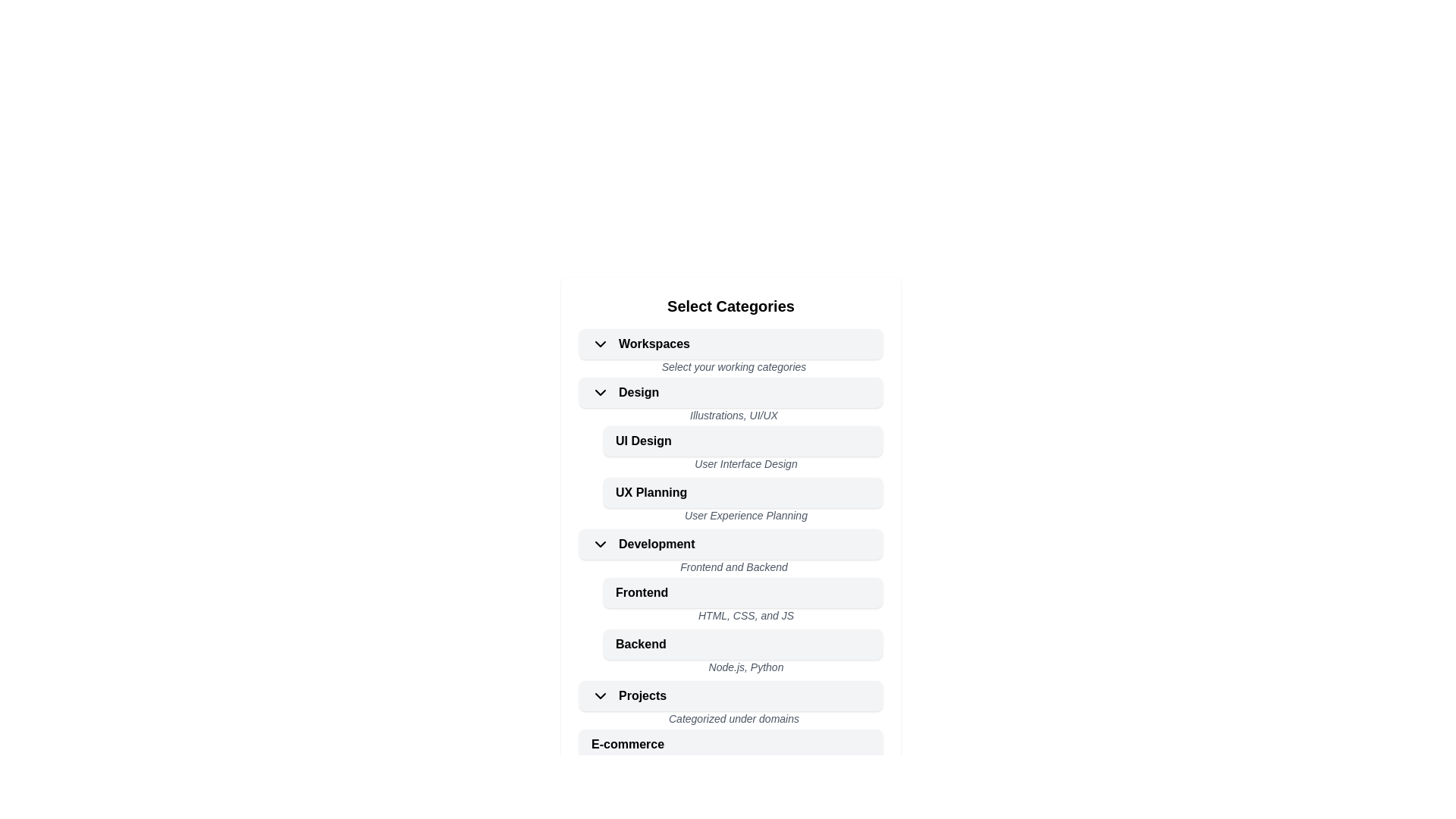  What do you see at coordinates (629, 696) in the screenshot?
I see `the interactive 'Projects' label with icon` at bounding box center [629, 696].